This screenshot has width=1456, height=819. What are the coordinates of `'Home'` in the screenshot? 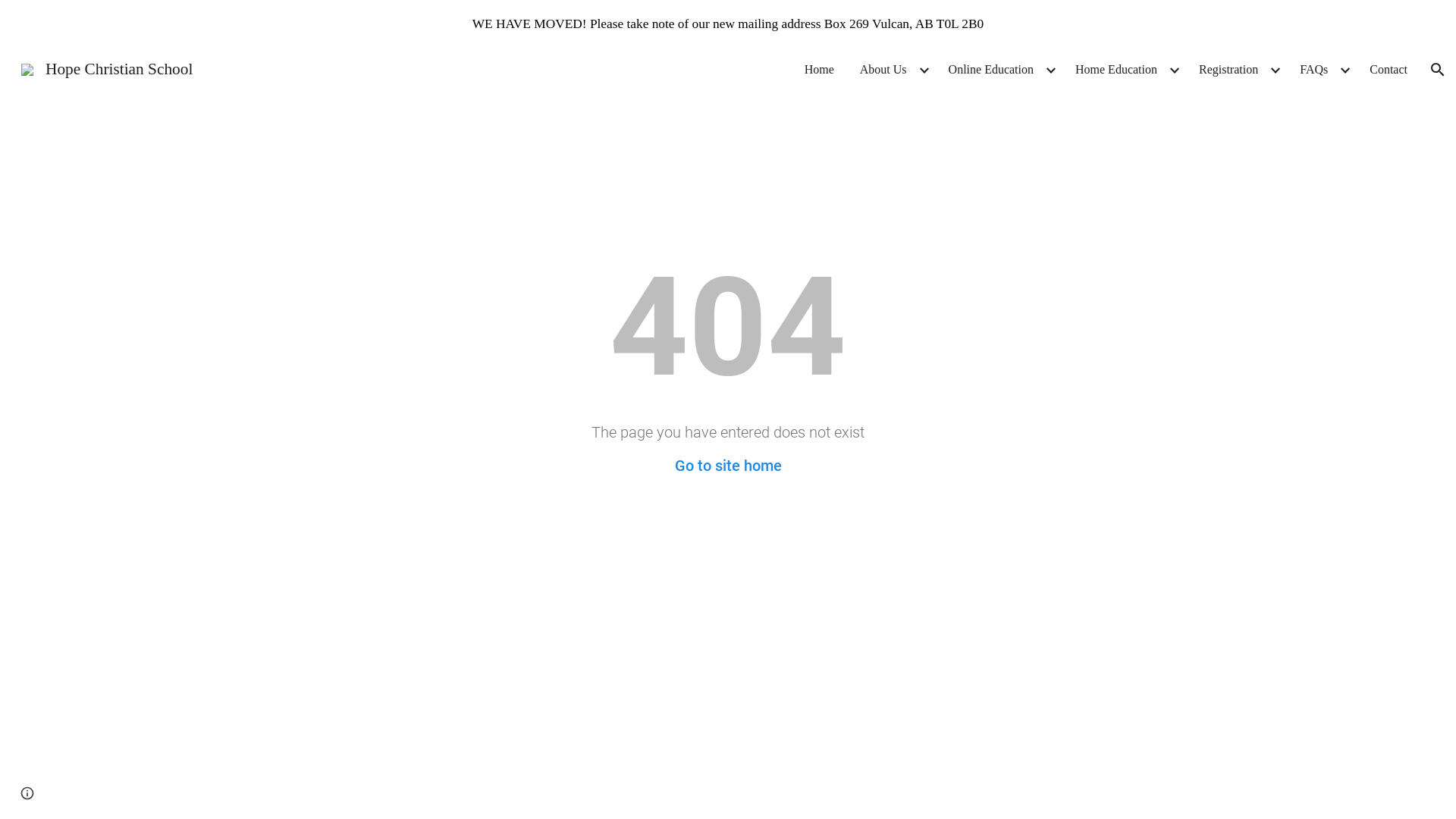 It's located at (818, 70).